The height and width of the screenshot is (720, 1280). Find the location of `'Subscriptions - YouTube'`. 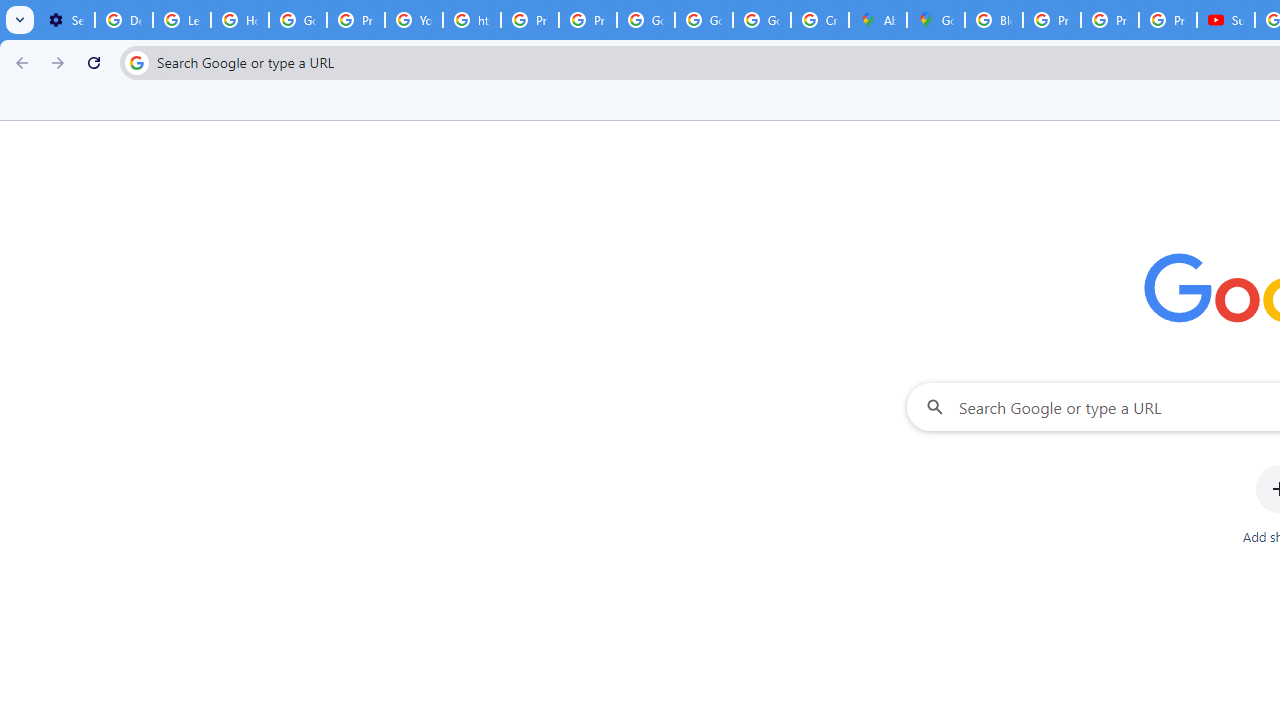

'Subscriptions - YouTube' is located at coordinates (1225, 20).